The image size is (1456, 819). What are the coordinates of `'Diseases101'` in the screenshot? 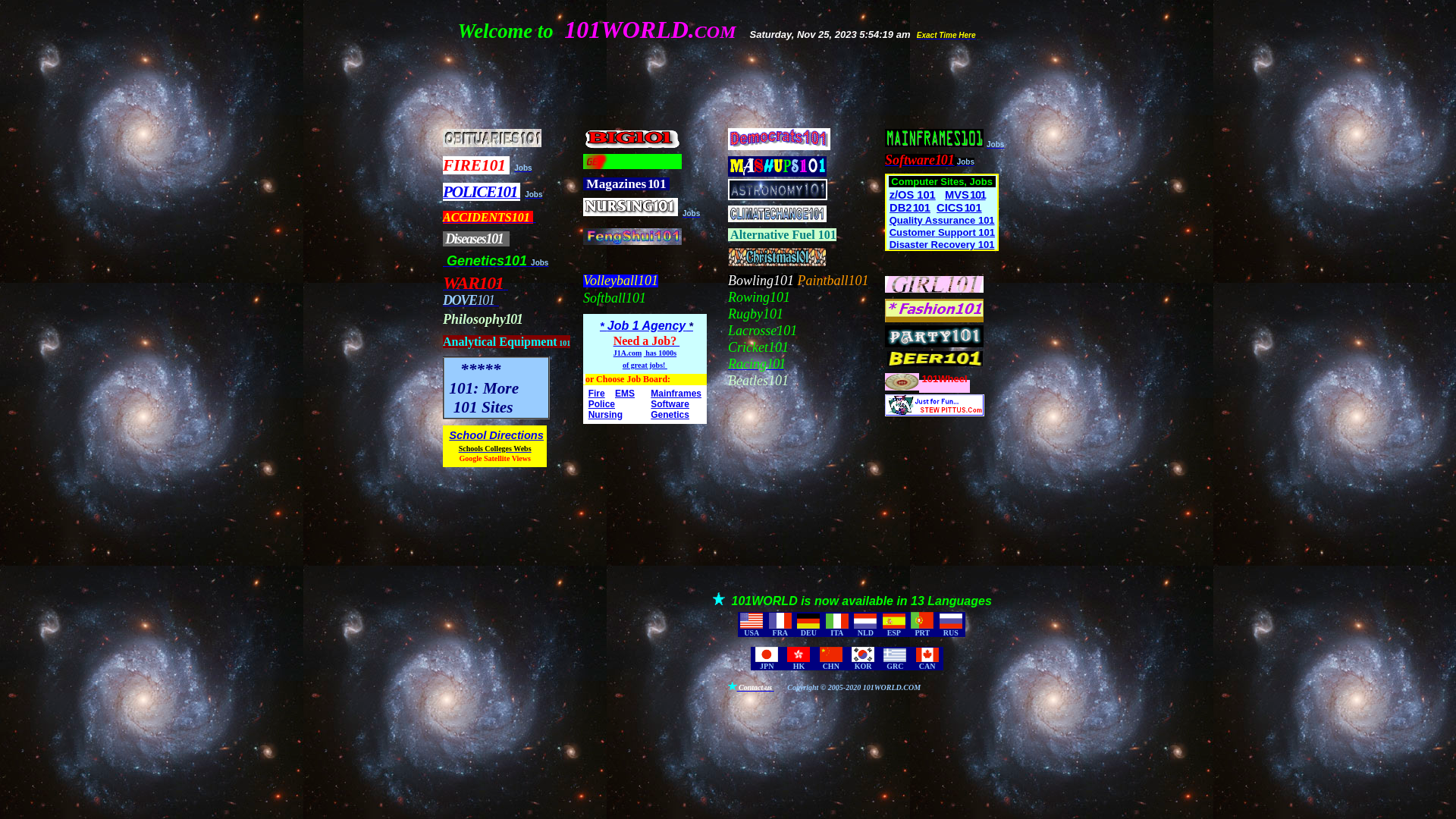 It's located at (475, 239).